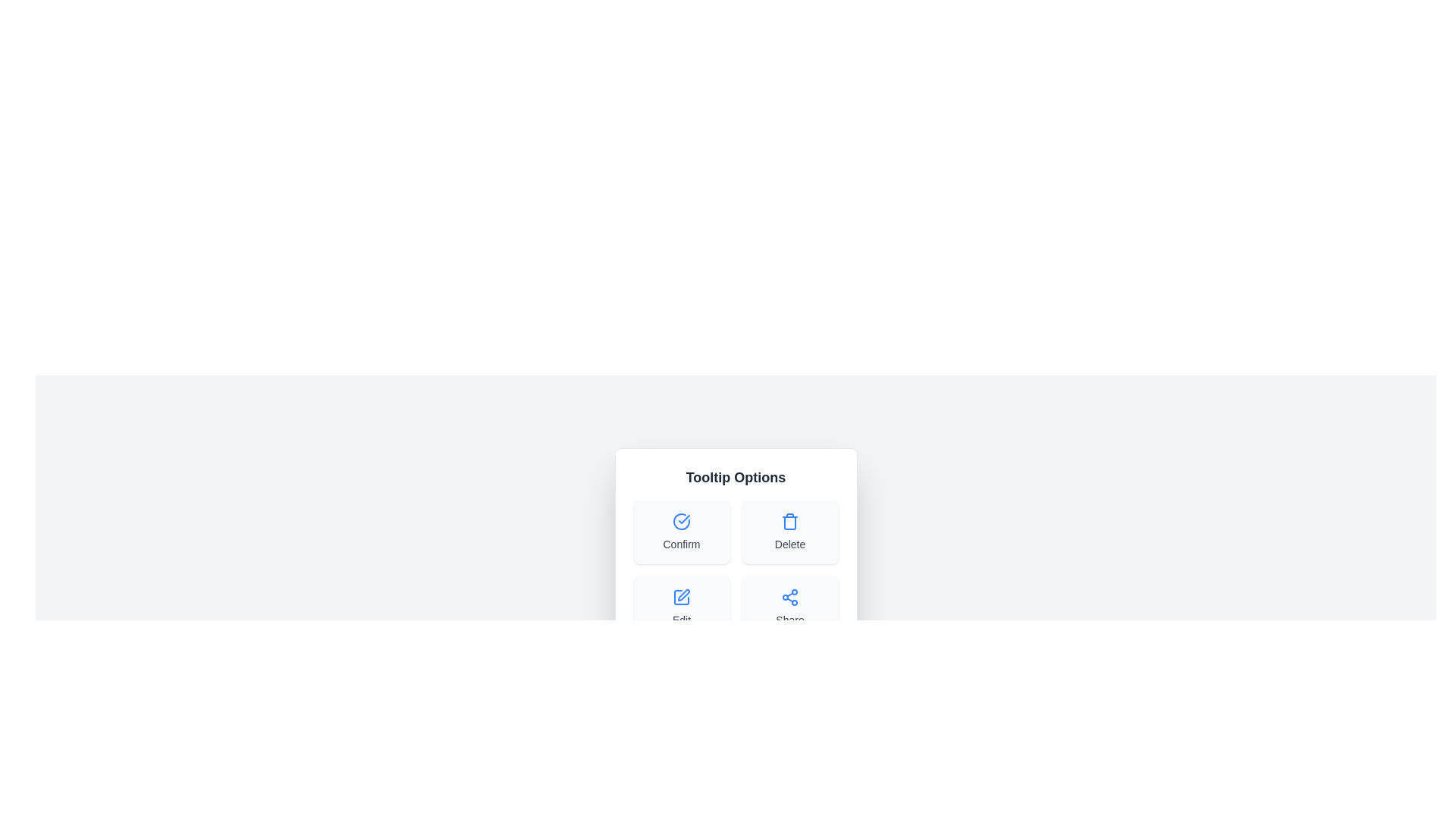 Image resolution: width=1456 pixels, height=819 pixels. Describe the element at coordinates (680, 520) in the screenshot. I see `the circular icon with a blue outline and a check mark in the center, located within the 'Confirm' button group` at that location.